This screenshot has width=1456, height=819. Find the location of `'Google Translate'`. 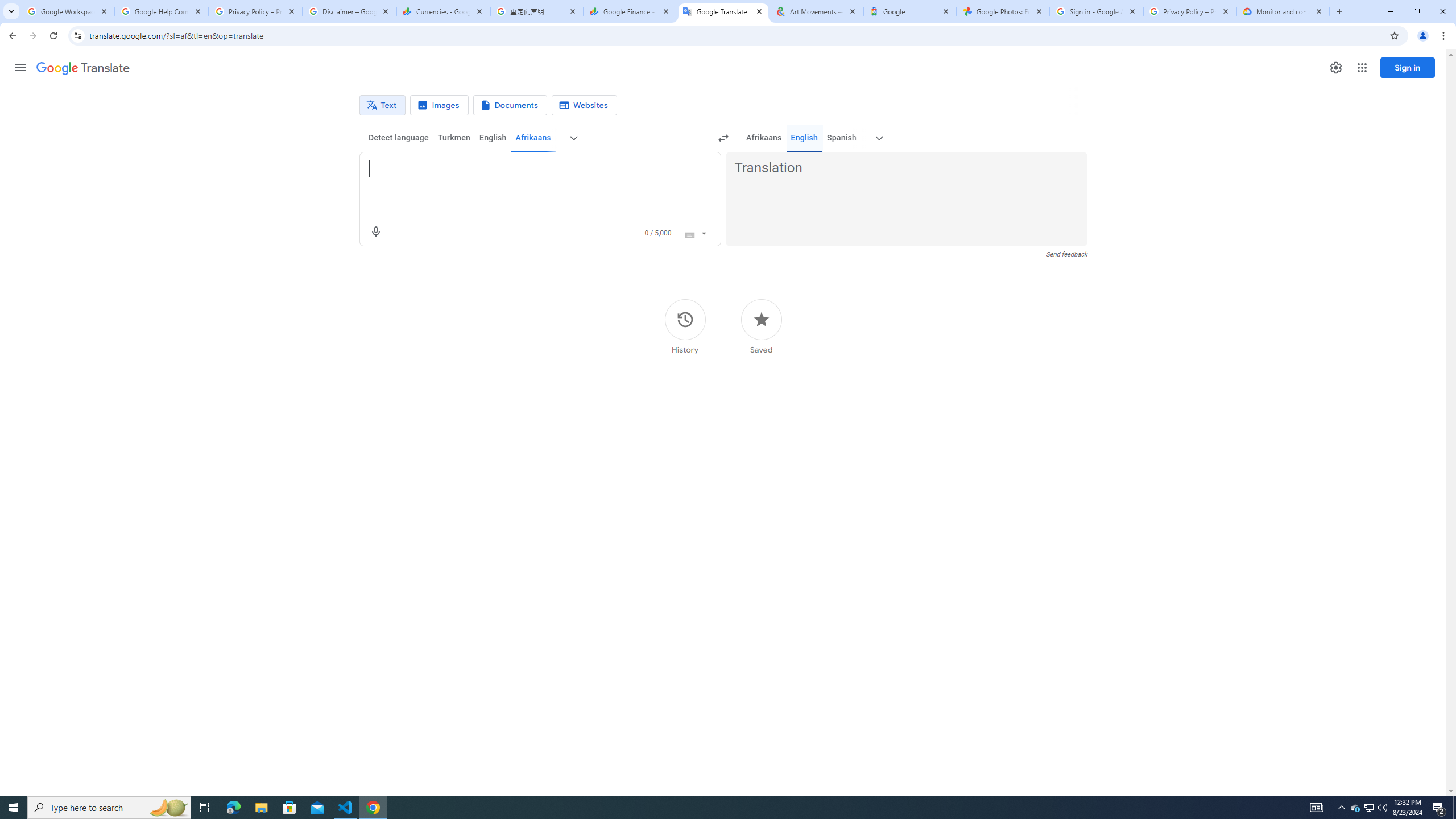

'Google Translate' is located at coordinates (723, 11).